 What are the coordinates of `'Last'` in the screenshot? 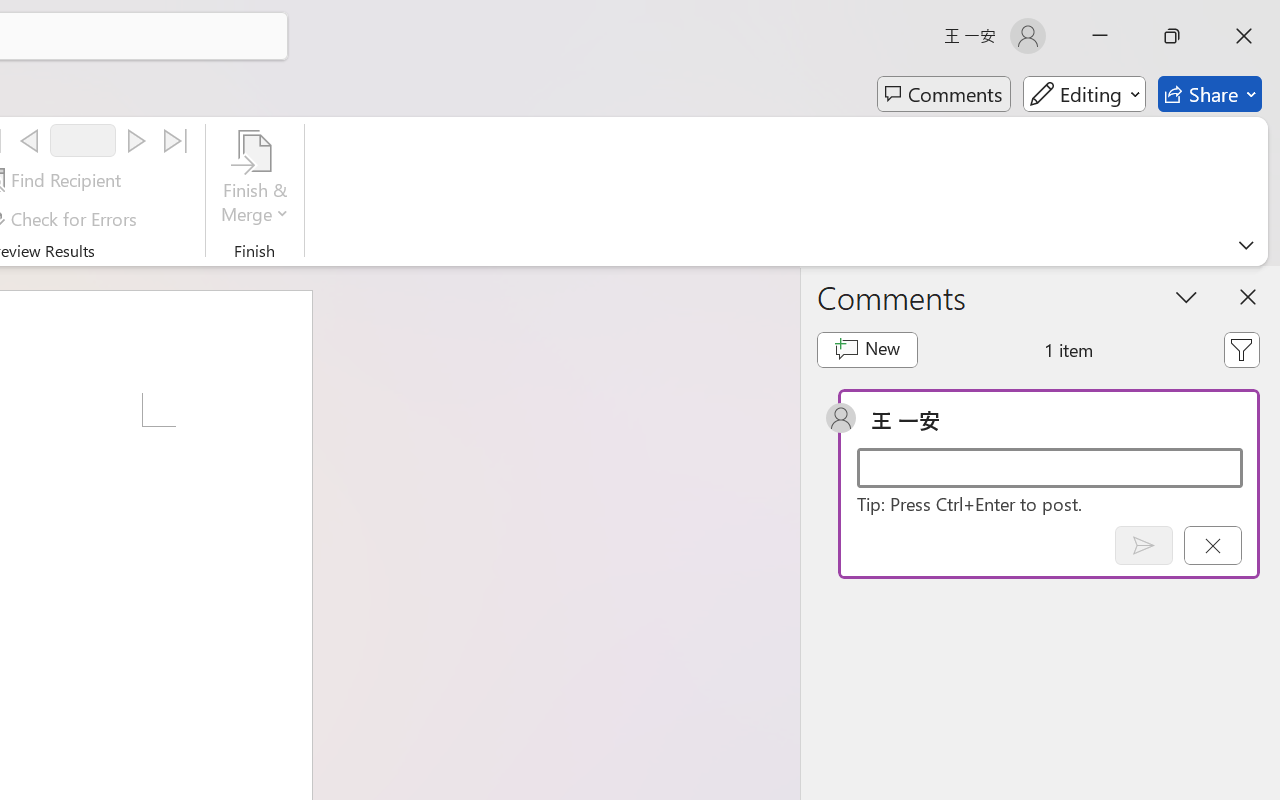 It's located at (176, 141).